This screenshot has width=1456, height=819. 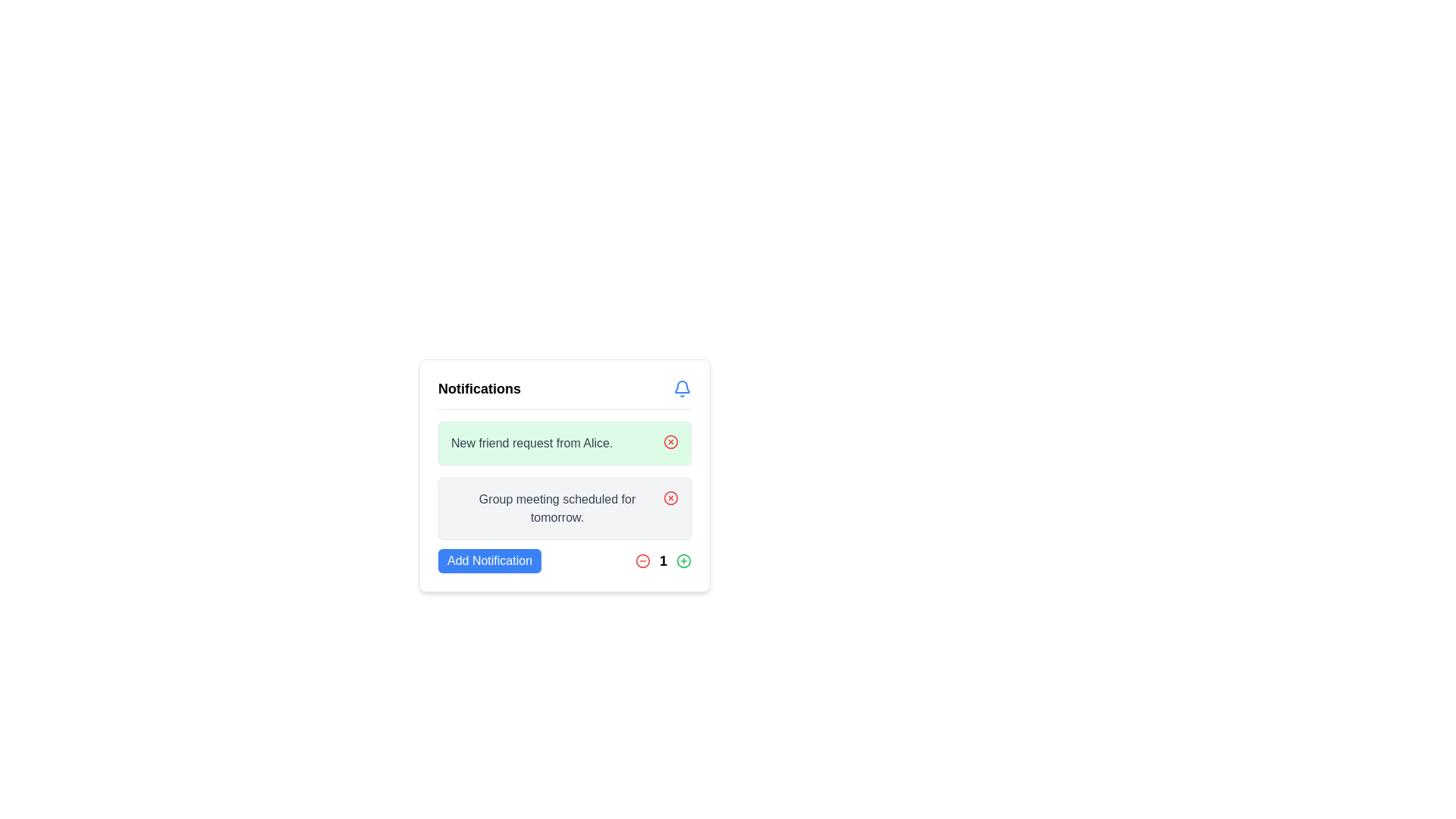 What do you see at coordinates (682, 388) in the screenshot?
I see `the blue bell-shaped icon located` at bounding box center [682, 388].